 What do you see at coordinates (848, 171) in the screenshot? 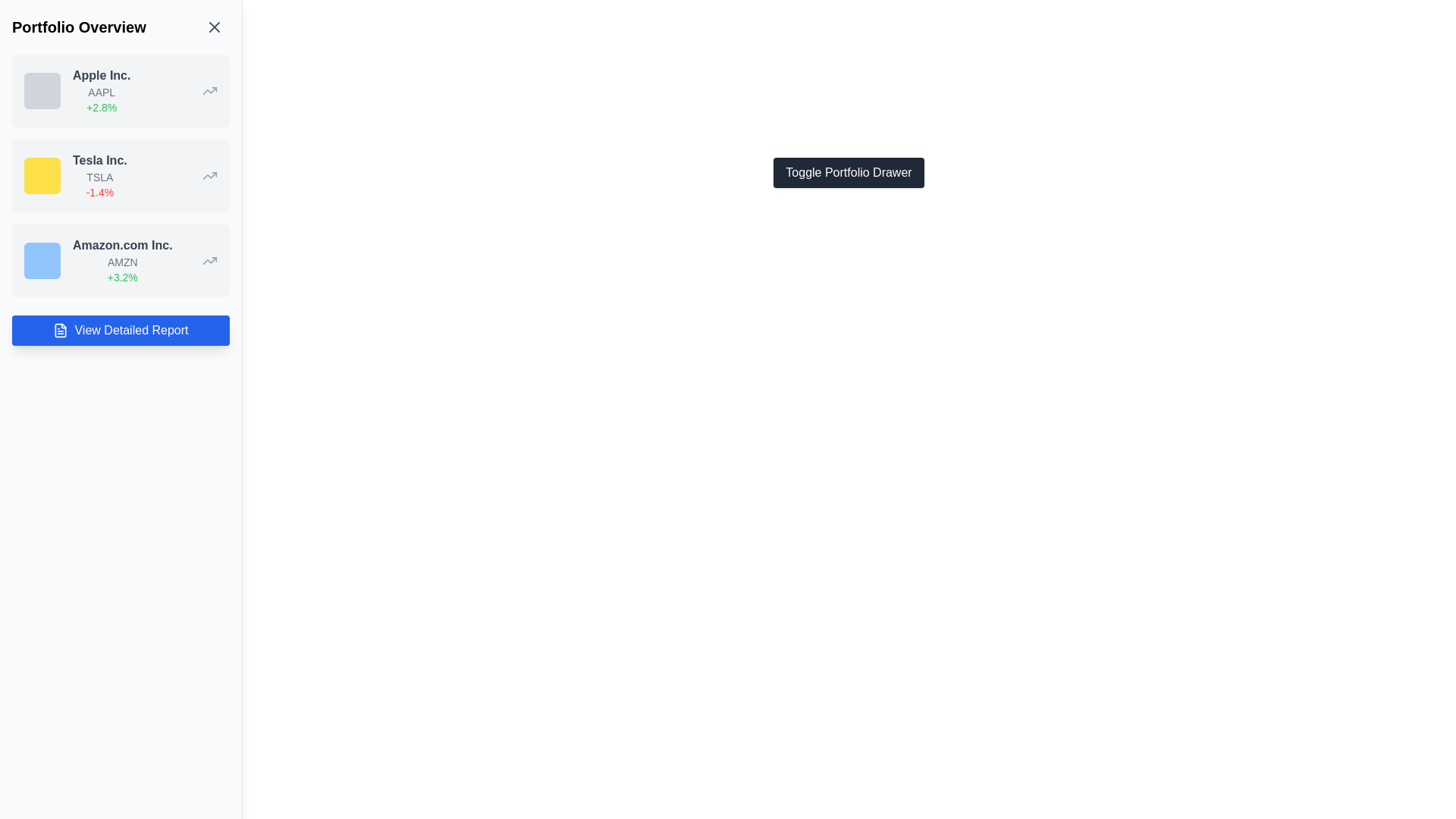
I see `the prominent toggle button located in the upper-right section of the interface to observe its hover effect` at bounding box center [848, 171].